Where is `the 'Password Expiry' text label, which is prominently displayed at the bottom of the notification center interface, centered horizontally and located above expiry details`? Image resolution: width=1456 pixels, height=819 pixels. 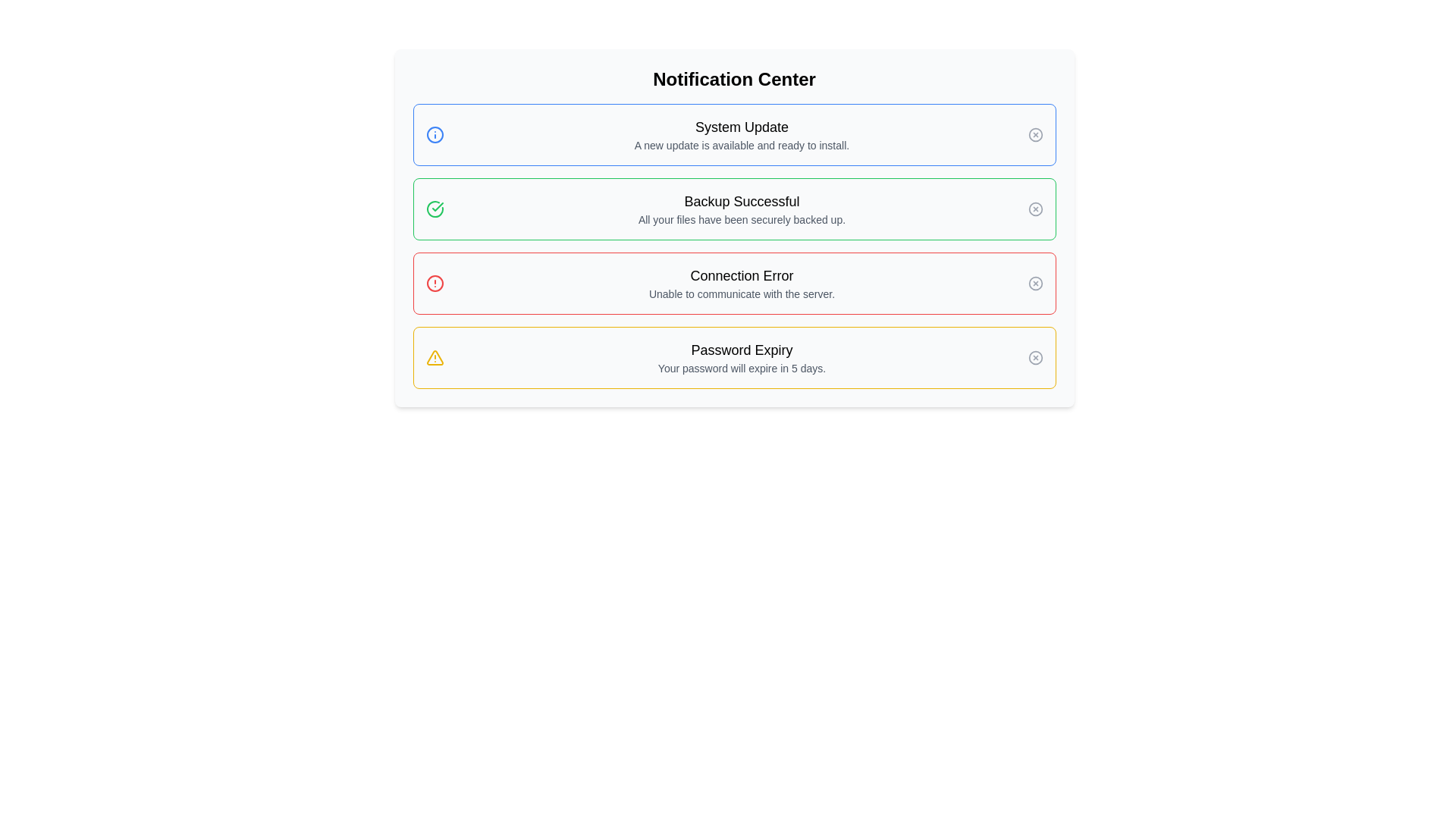 the 'Password Expiry' text label, which is prominently displayed at the bottom of the notification center interface, centered horizontally and located above expiry details is located at coordinates (742, 350).